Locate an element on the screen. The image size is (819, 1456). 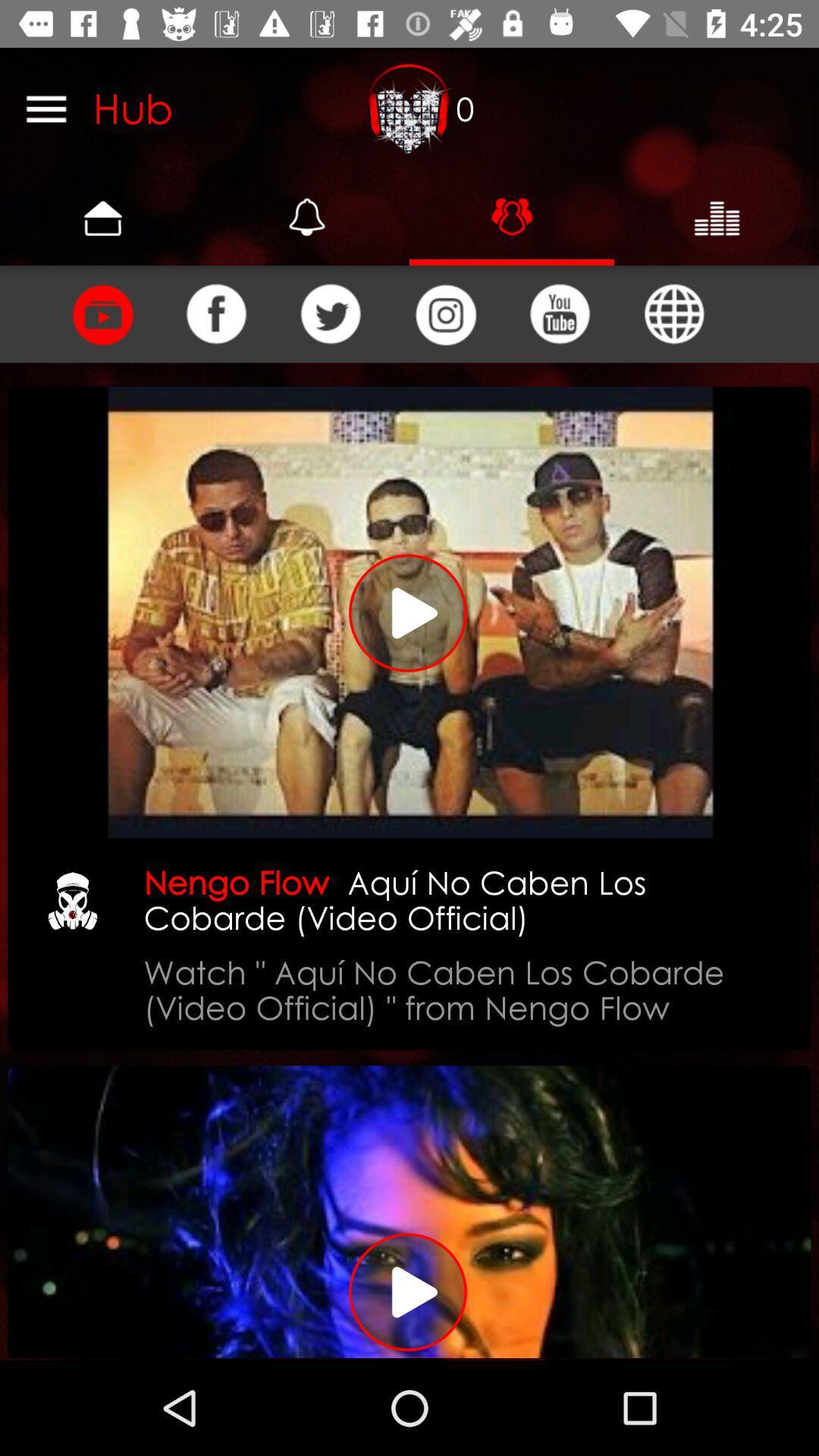
open navigation menu is located at coordinates (45, 108).